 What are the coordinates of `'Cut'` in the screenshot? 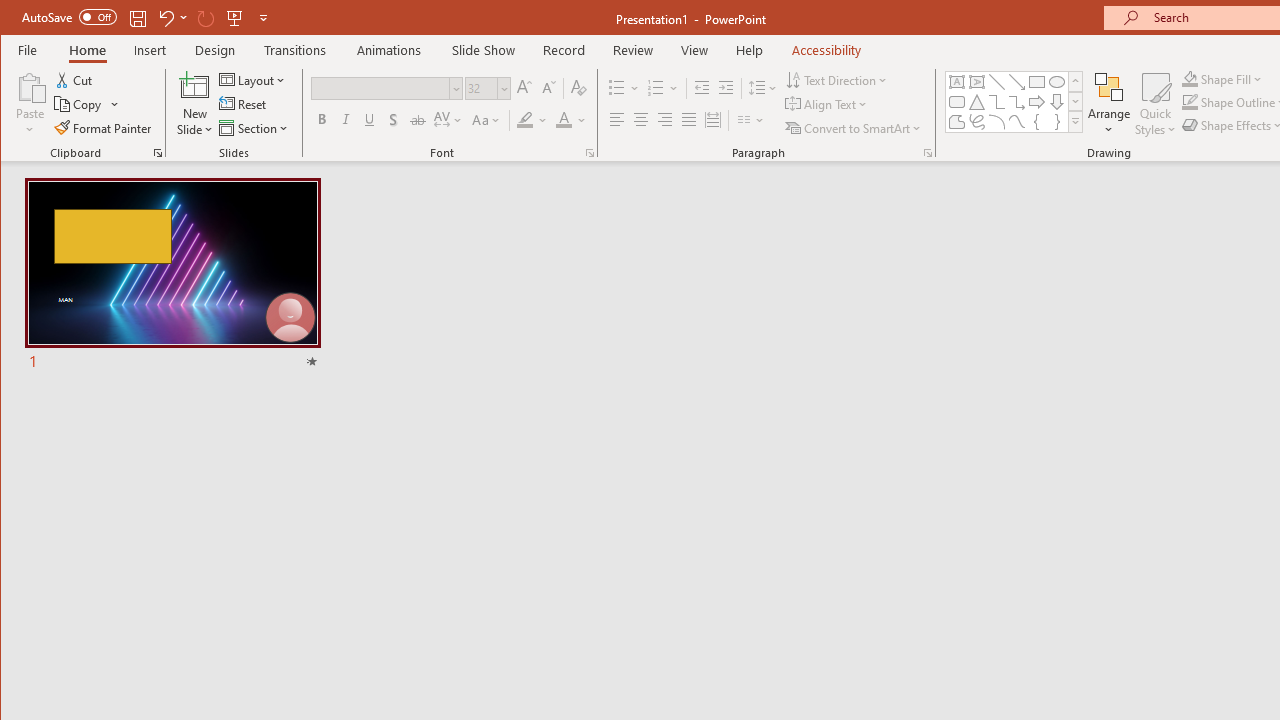 It's located at (74, 79).